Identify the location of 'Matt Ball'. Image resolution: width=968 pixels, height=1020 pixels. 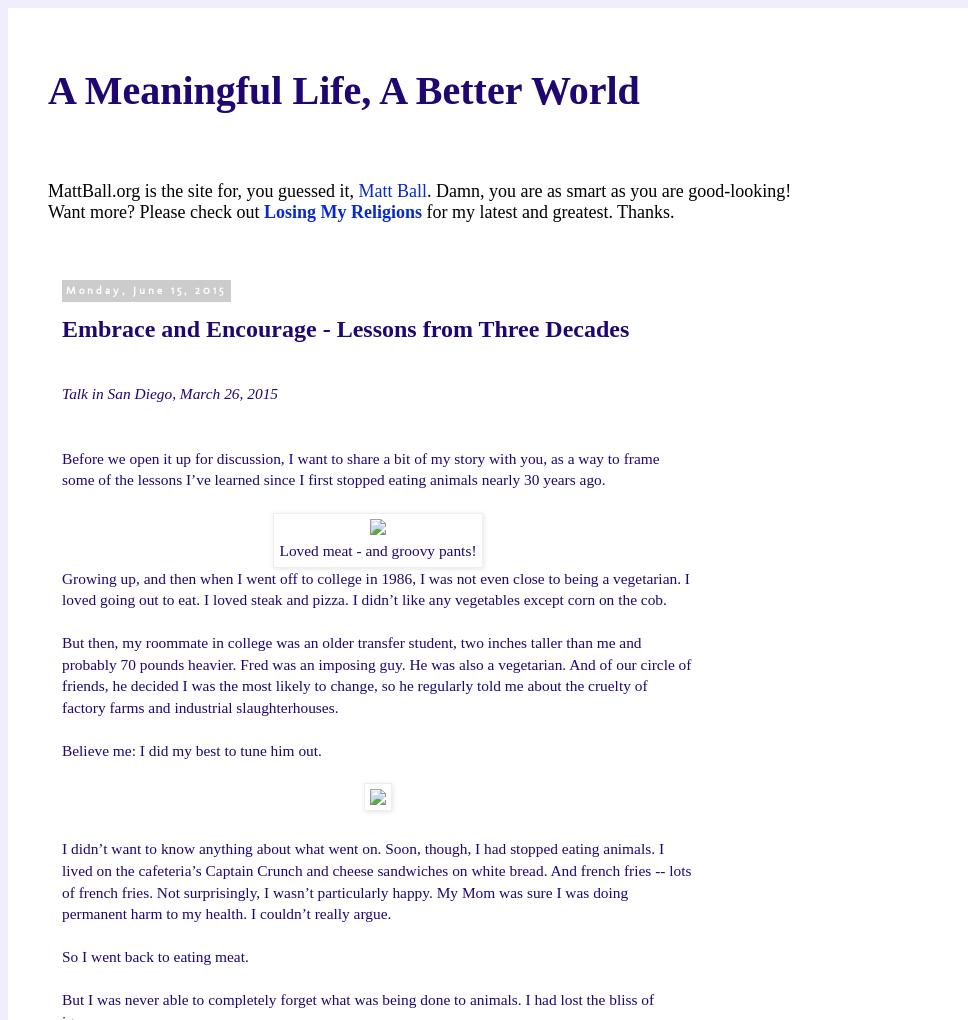
(391, 189).